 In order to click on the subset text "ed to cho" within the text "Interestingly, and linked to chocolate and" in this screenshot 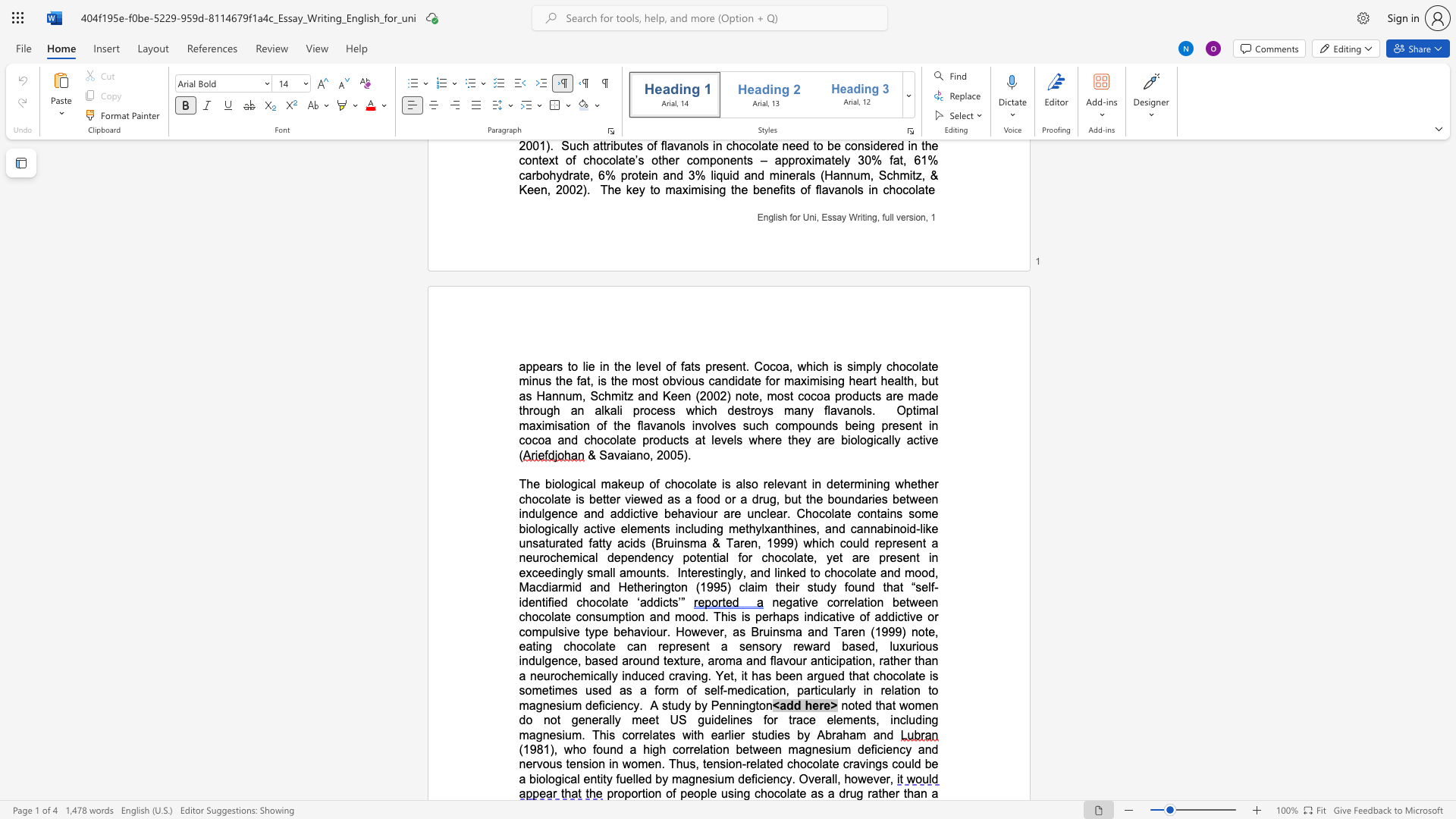, I will do `click(792, 573)`.